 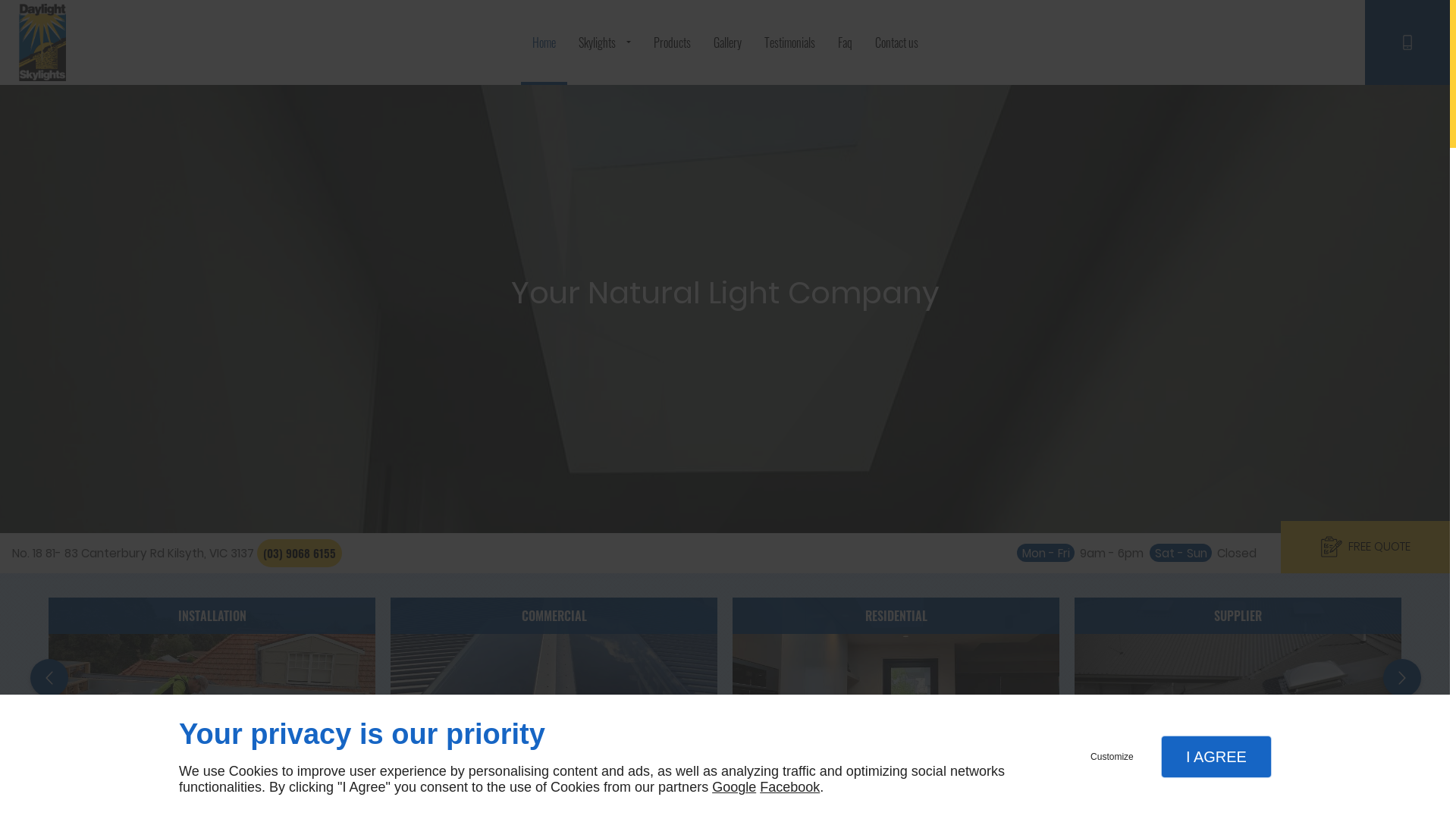 What do you see at coordinates (670, 42) in the screenshot?
I see `'Products'` at bounding box center [670, 42].